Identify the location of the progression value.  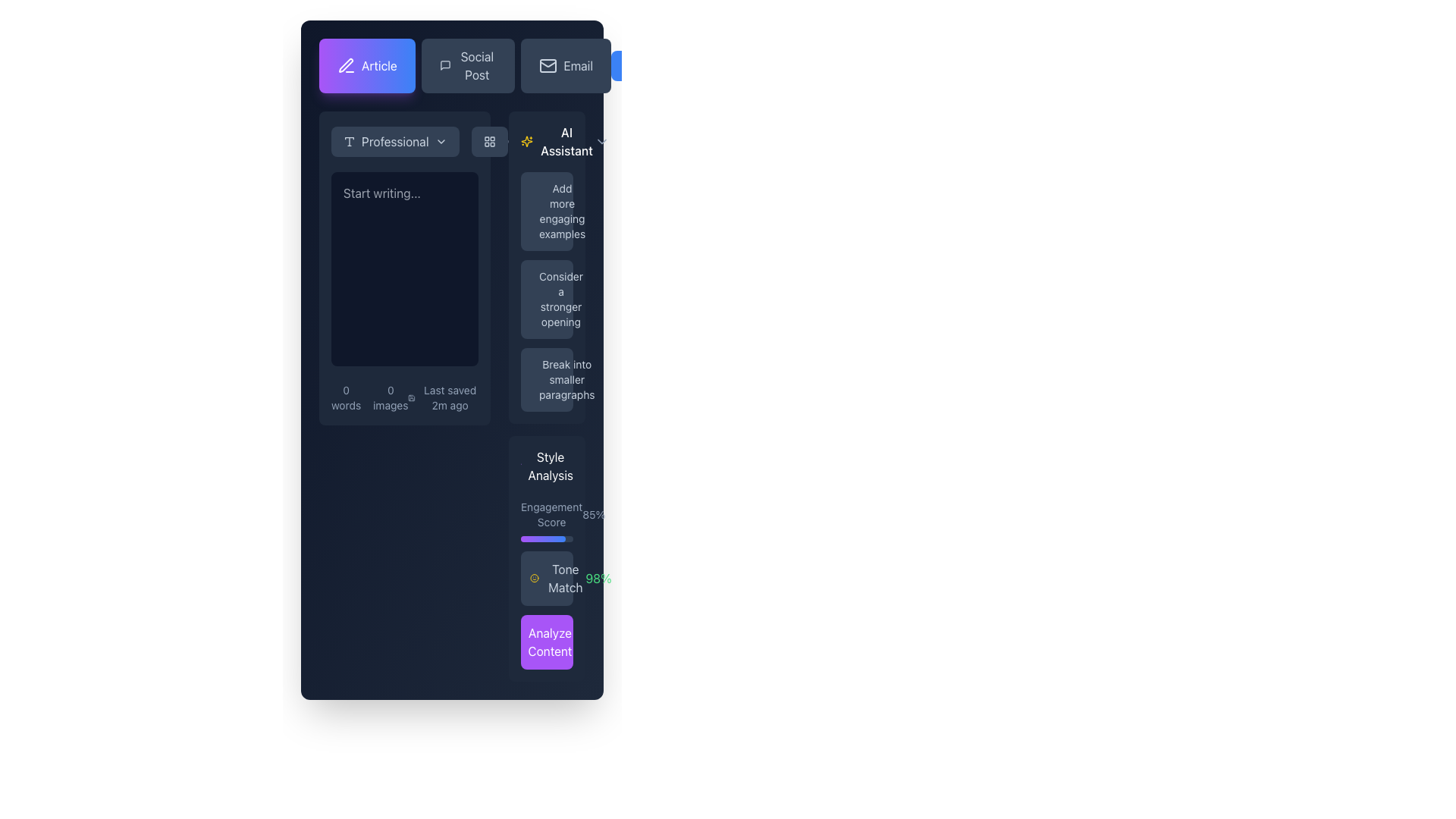
(540, 538).